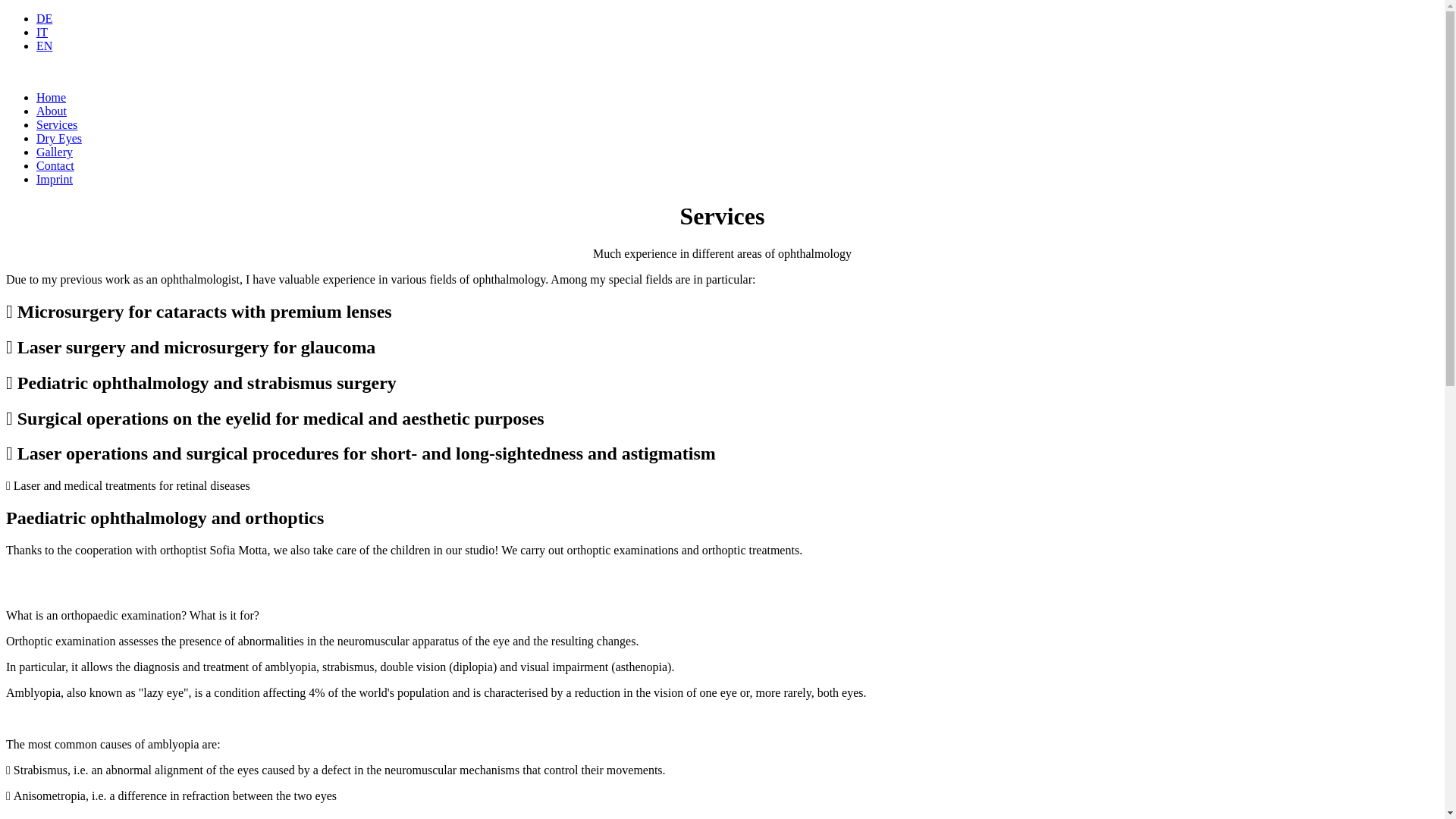  I want to click on 'Services', so click(57, 124).